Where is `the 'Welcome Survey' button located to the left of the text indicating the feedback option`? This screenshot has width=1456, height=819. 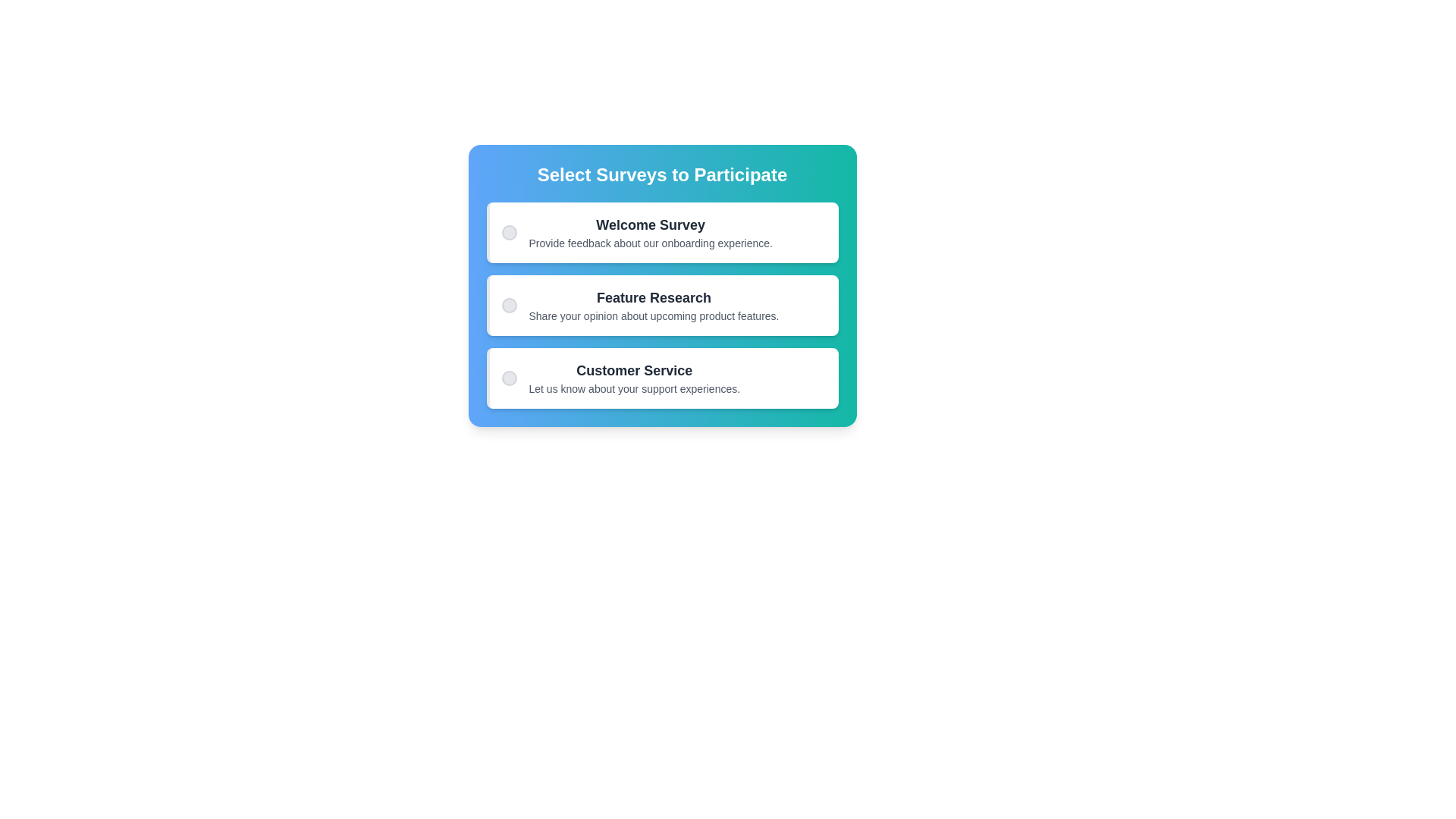
the 'Welcome Survey' button located to the left of the text indicating the feedback option is located at coordinates (509, 233).